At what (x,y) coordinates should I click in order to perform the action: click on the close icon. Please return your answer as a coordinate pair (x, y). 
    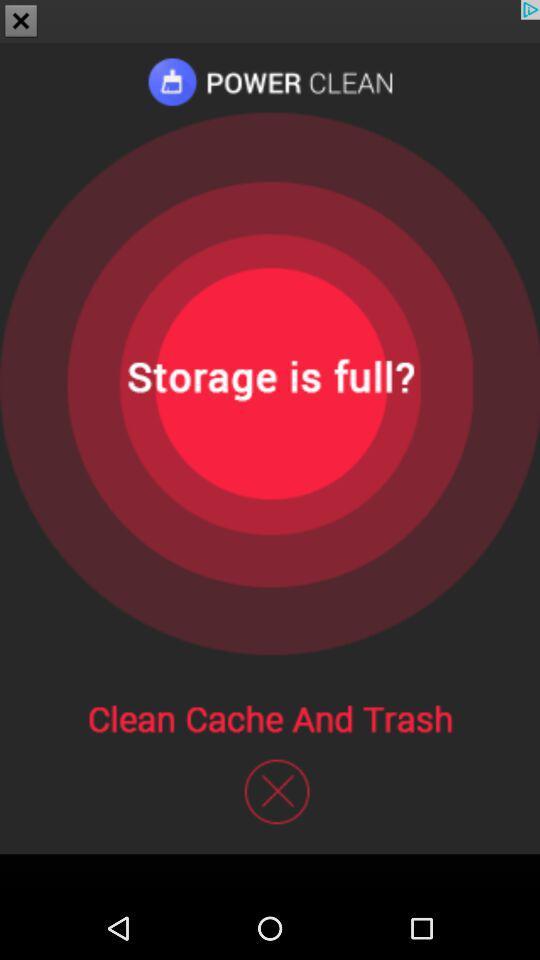
    Looking at the image, I should click on (20, 21).